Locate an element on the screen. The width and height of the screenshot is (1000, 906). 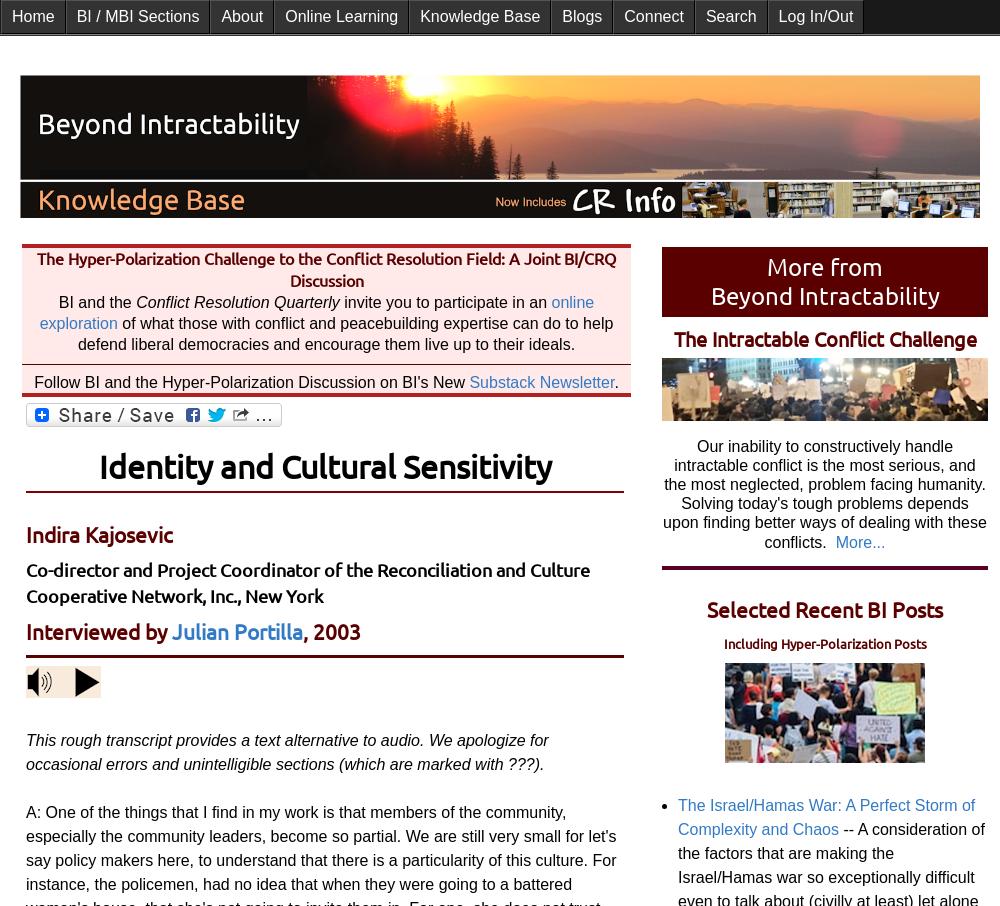
'--' is located at coordinates (849, 827).